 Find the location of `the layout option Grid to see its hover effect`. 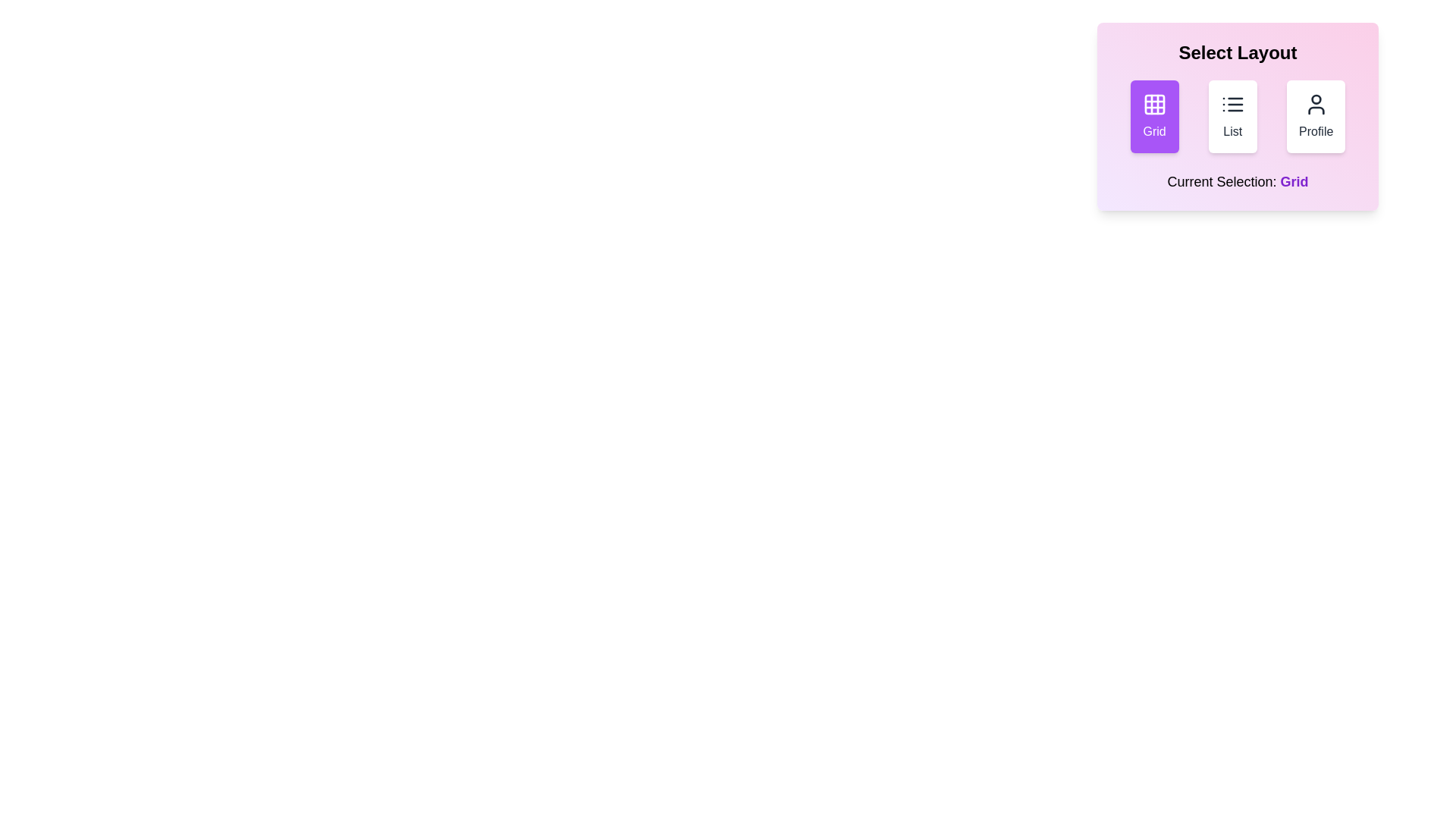

the layout option Grid to see its hover effect is located at coordinates (1153, 116).